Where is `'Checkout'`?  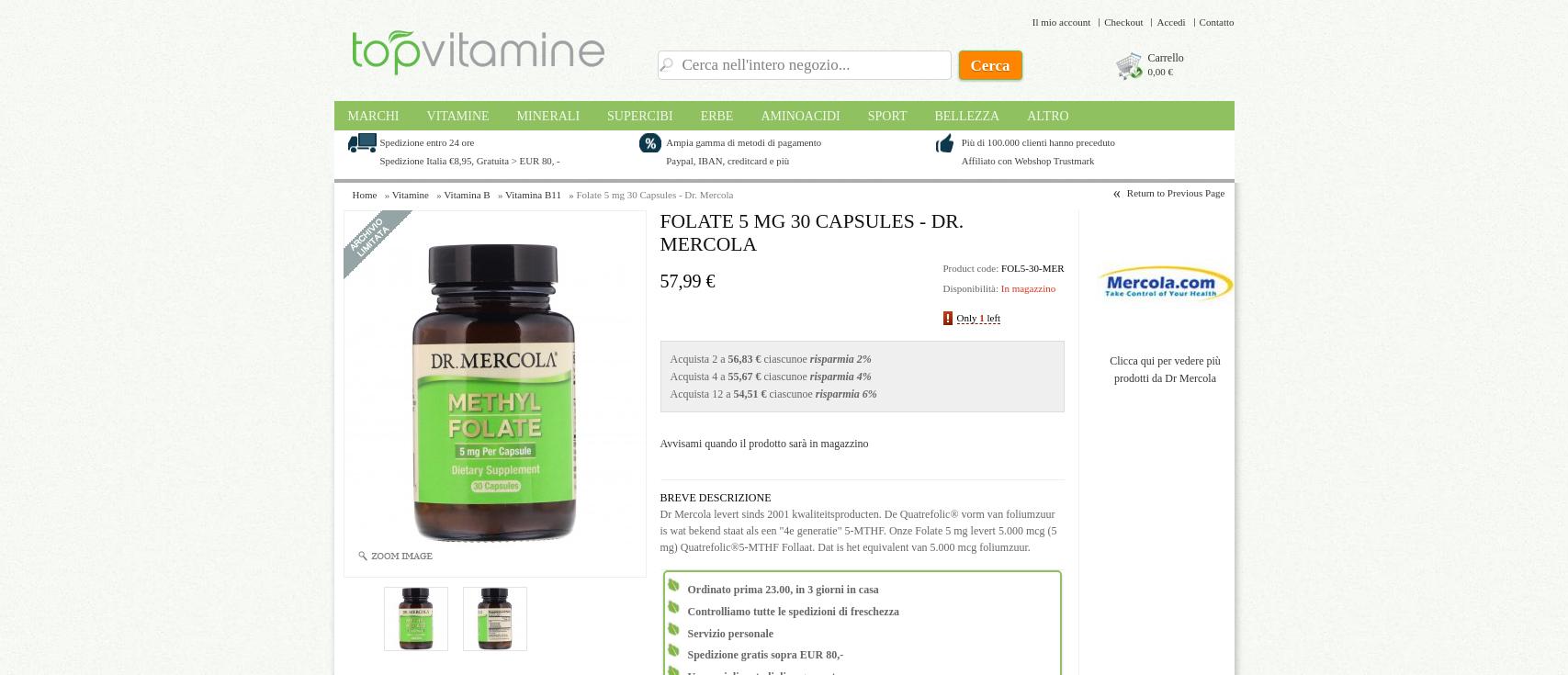
'Checkout' is located at coordinates (1103, 21).